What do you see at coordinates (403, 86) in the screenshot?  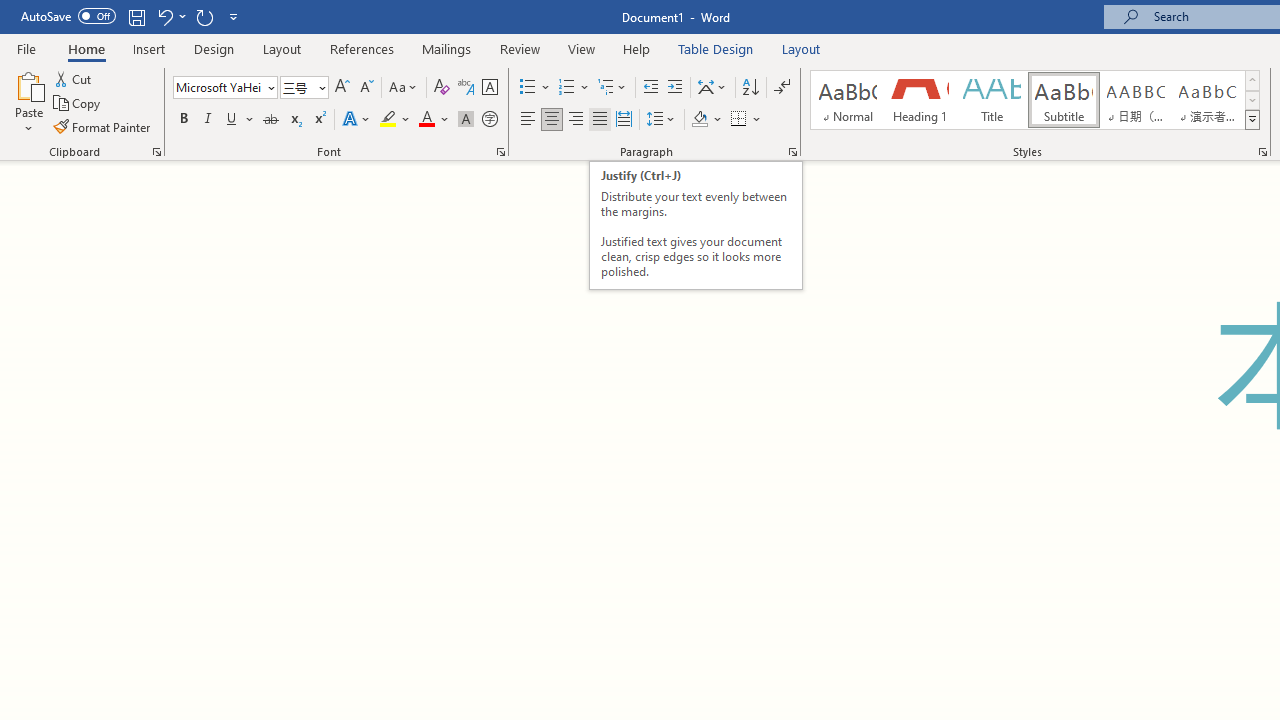 I see `'Change Case'` at bounding box center [403, 86].